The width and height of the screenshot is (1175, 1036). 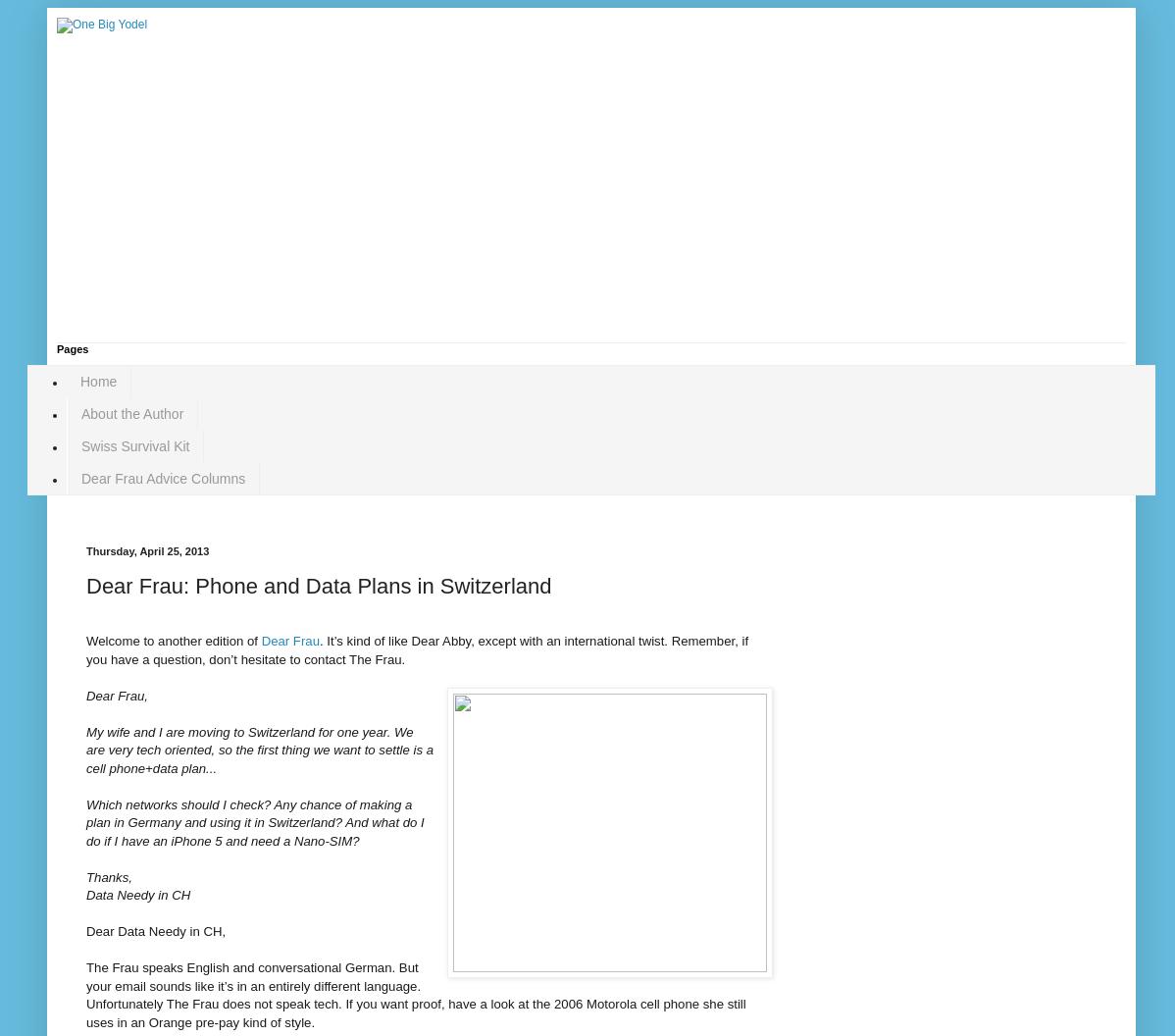 What do you see at coordinates (131, 413) in the screenshot?
I see `'About the Author'` at bounding box center [131, 413].